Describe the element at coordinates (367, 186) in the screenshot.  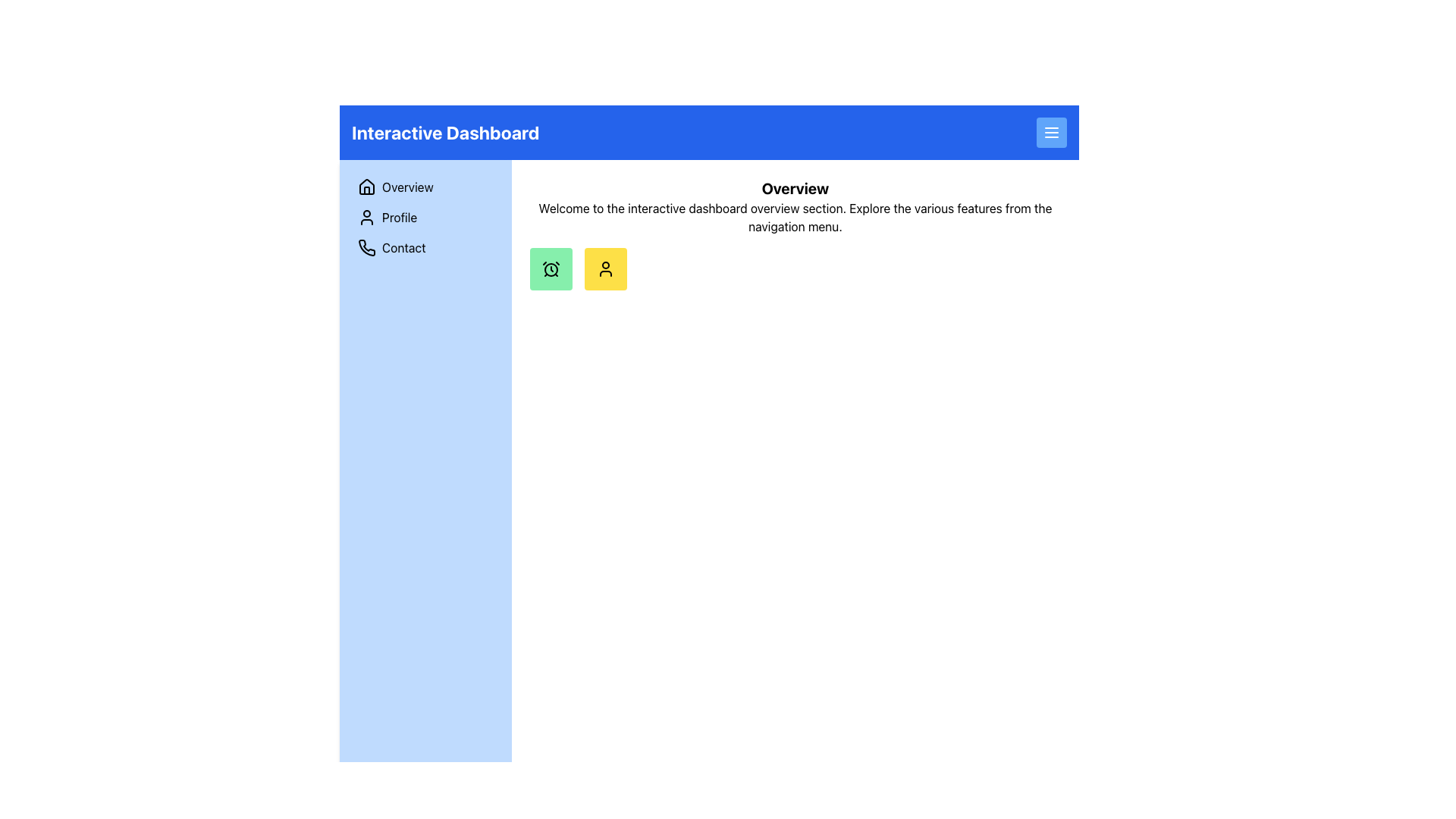
I see `the icon representing the 'Overview' menu item located on the left navigation panel` at that location.